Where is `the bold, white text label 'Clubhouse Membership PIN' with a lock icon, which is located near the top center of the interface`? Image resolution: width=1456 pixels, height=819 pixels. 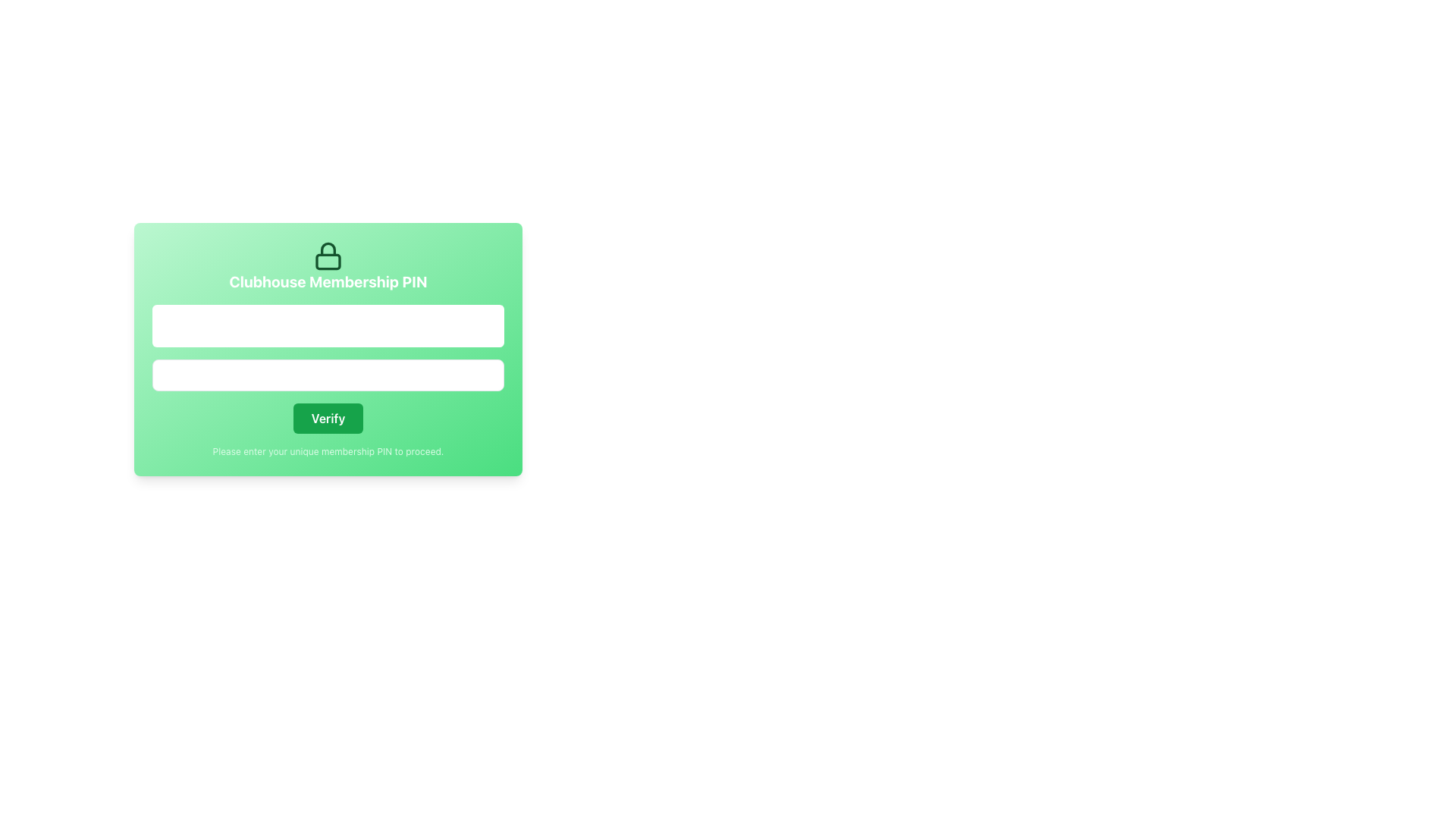 the bold, white text label 'Clubhouse Membership PIN' with a lock icon, which is located near the top center of the interface is located at coordinates (327, 265).